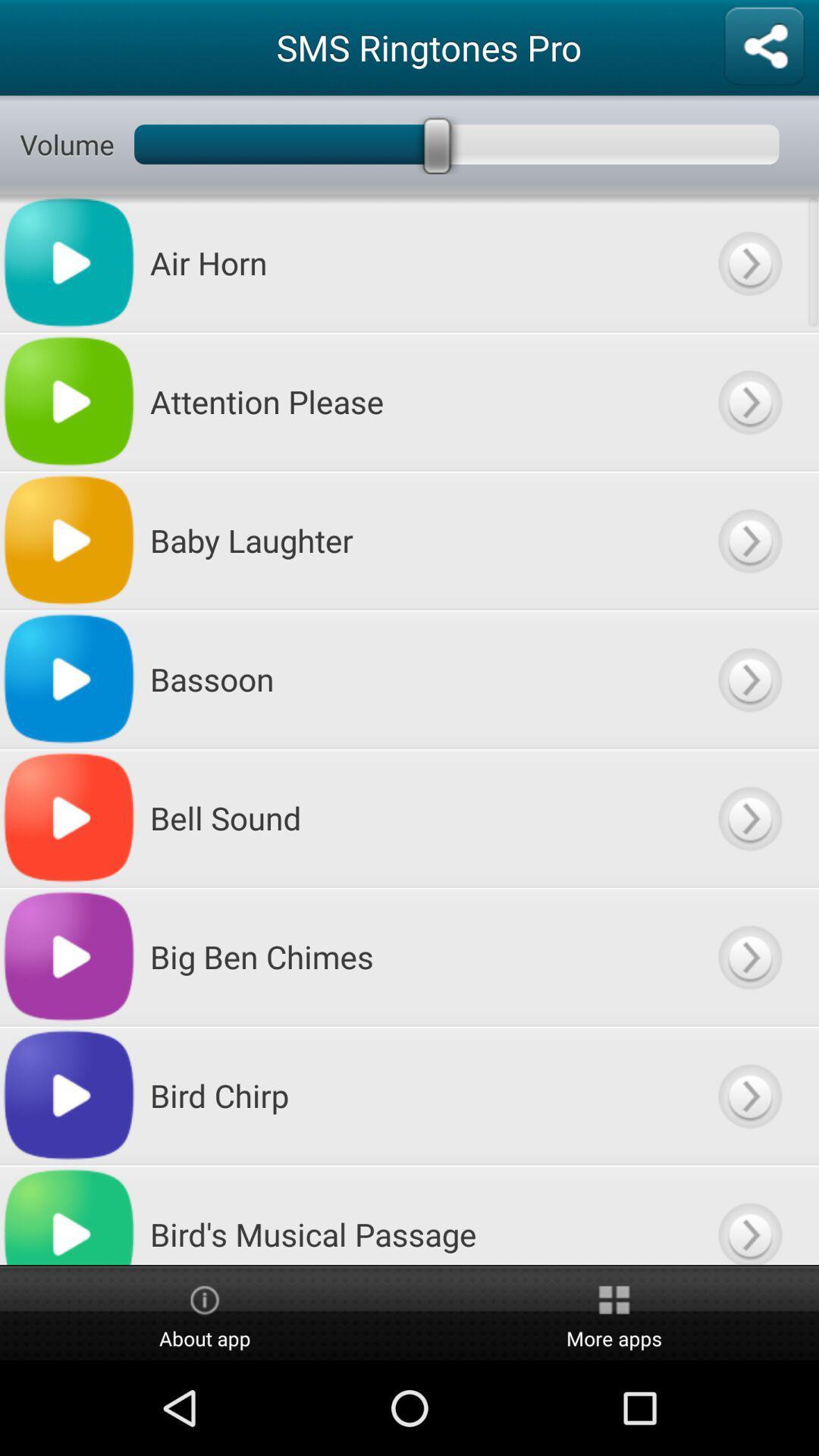 This screenshot has width=819, height=1456. Describe the element at coordinates (748, 540) in the screenshot. I see `see more options about this ringtone` at that location.